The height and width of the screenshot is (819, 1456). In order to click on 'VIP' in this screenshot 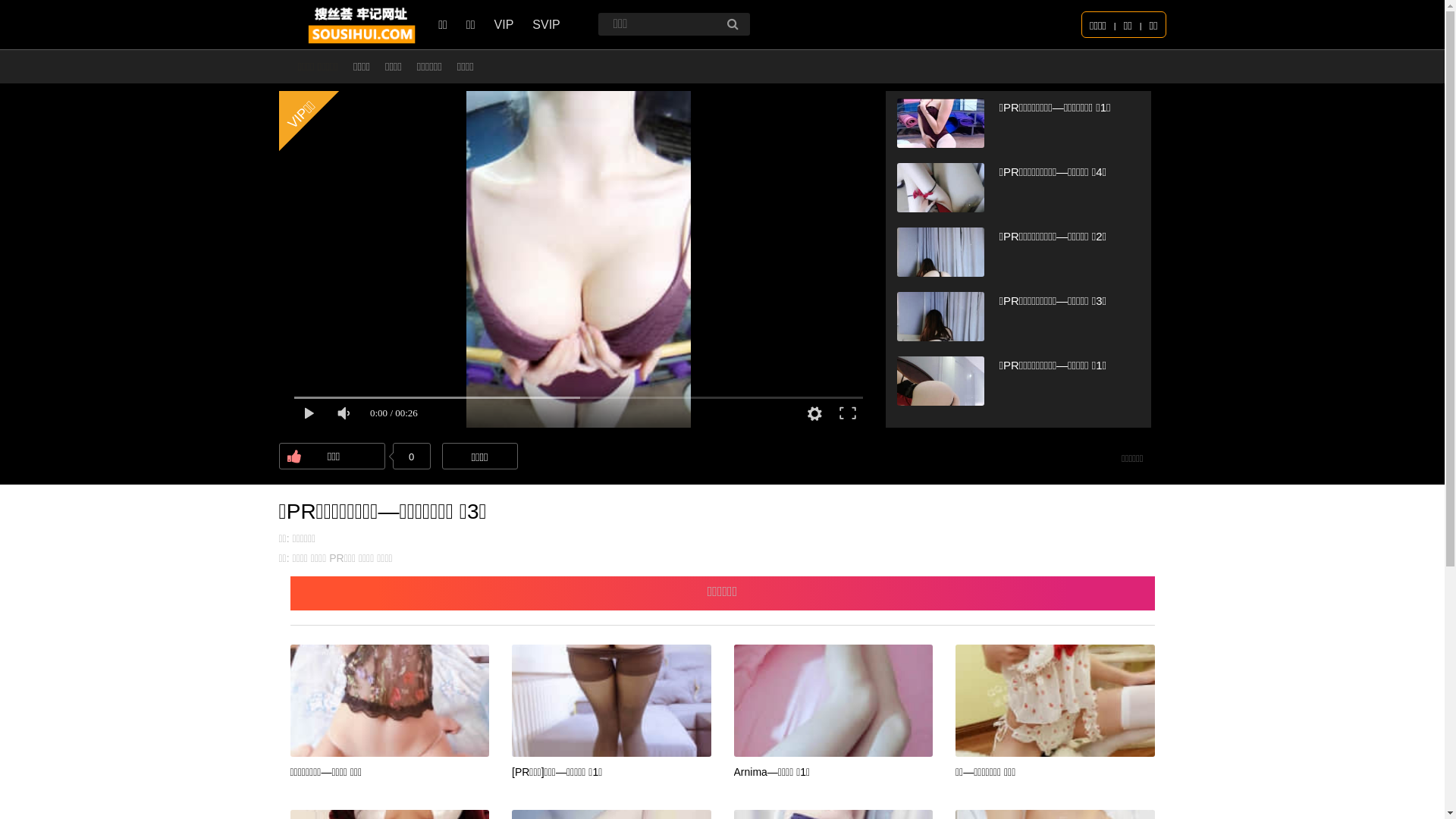, I will do `click(504, 24)`.